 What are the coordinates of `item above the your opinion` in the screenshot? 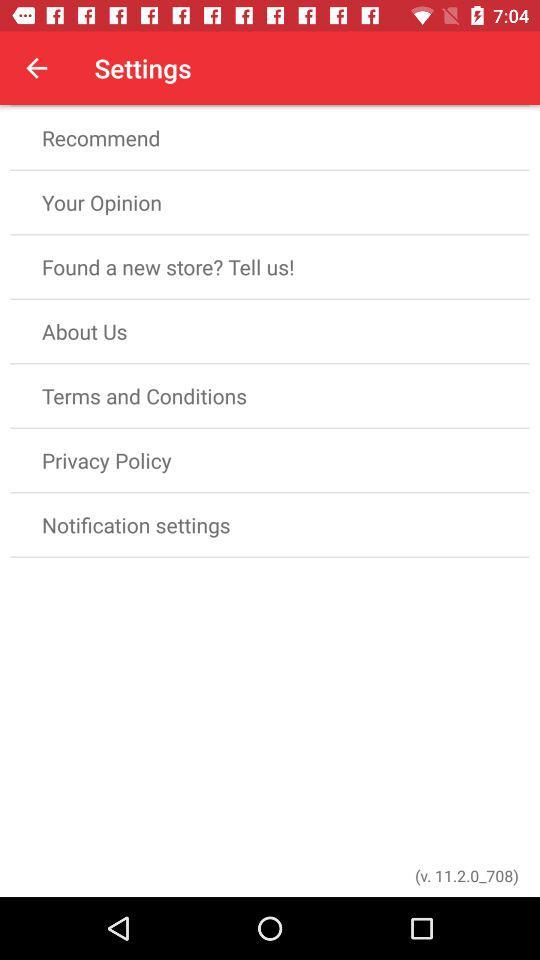 It's located at (270, 137).